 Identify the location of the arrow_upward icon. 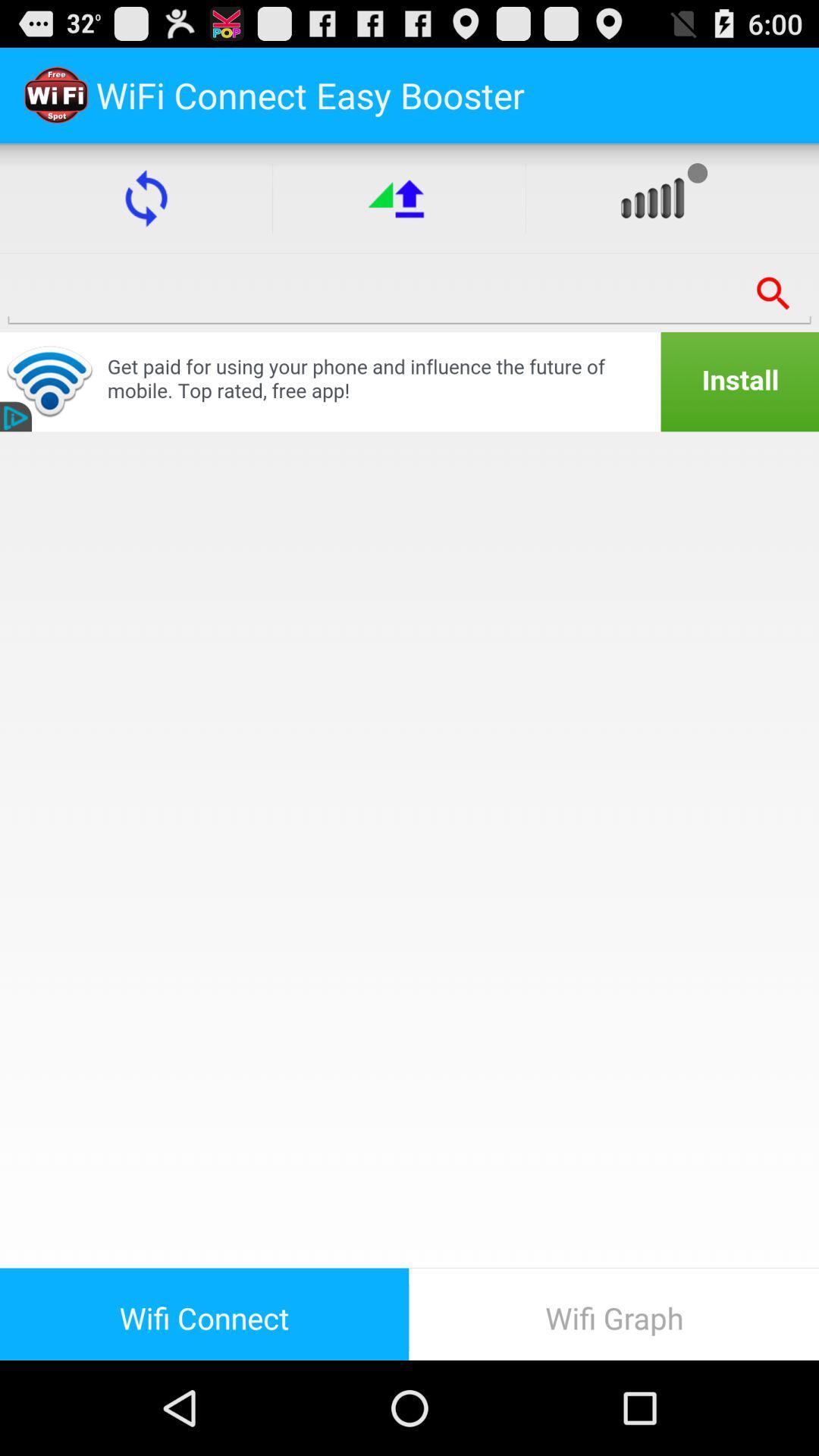
(398, 211).